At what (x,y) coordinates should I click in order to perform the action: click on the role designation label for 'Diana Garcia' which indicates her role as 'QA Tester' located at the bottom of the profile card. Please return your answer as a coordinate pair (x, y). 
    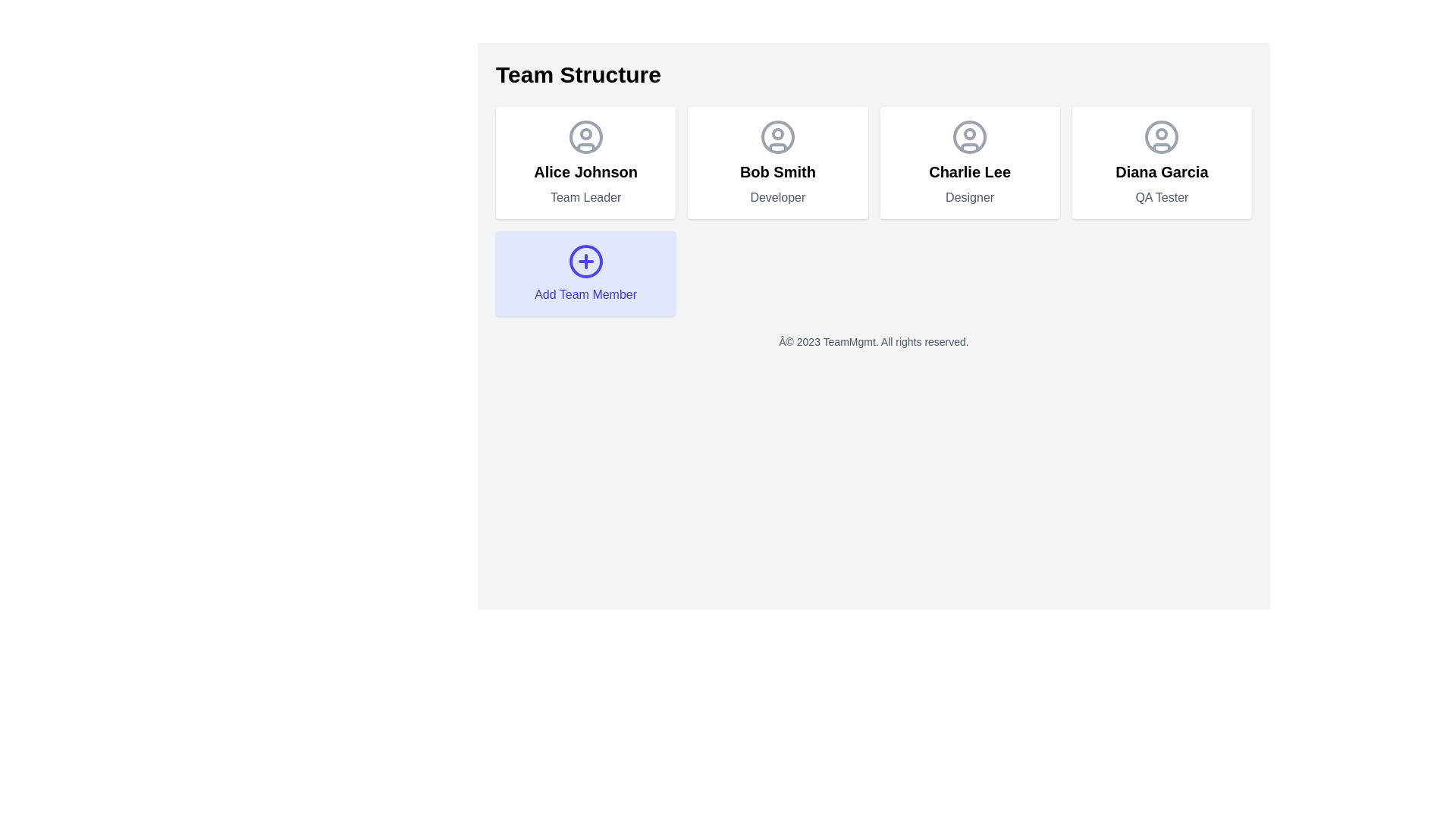
    Looking at the image, I should click on (1161, 197).